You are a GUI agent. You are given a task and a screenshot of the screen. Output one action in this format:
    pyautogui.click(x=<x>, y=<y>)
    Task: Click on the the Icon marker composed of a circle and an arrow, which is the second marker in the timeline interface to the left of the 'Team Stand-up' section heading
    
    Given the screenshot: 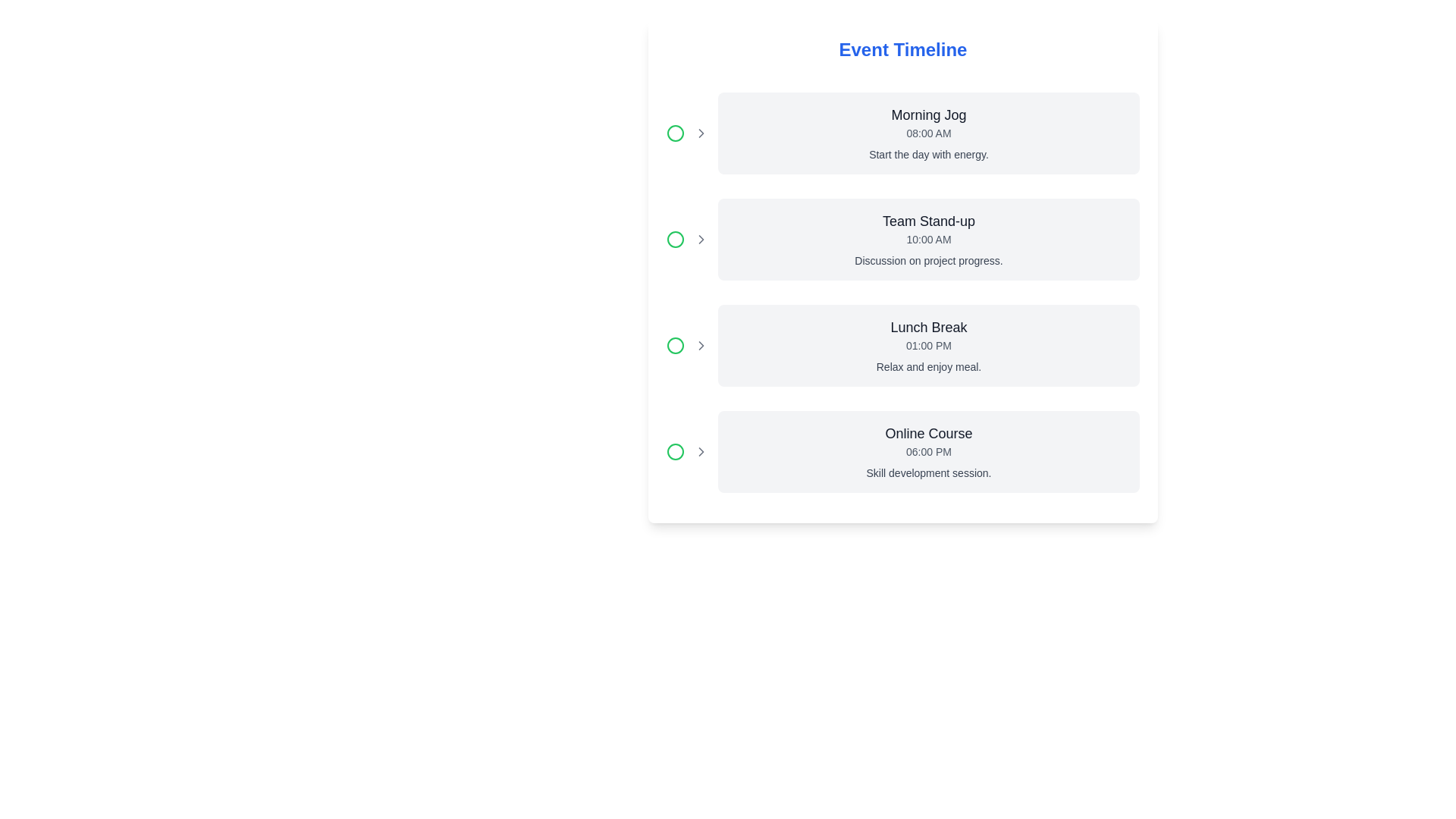 What is the action you would take?
    pyautogui.click(x=691, y=239)
    